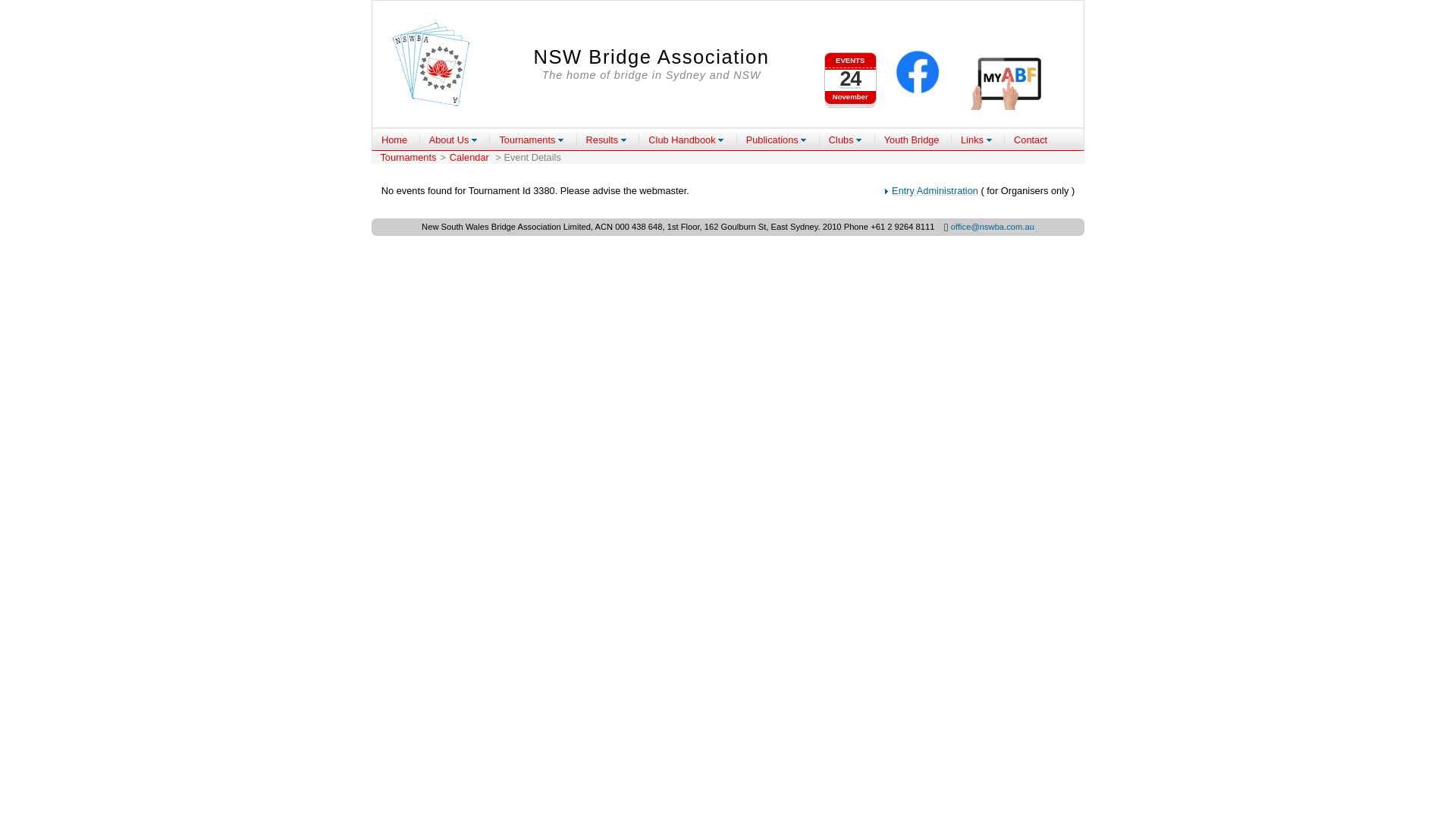 The height and width of the screenshot is (819, 1456). Describe the element at coordinates (607, 140) in the screenshot. I see `'Results'` at that location.